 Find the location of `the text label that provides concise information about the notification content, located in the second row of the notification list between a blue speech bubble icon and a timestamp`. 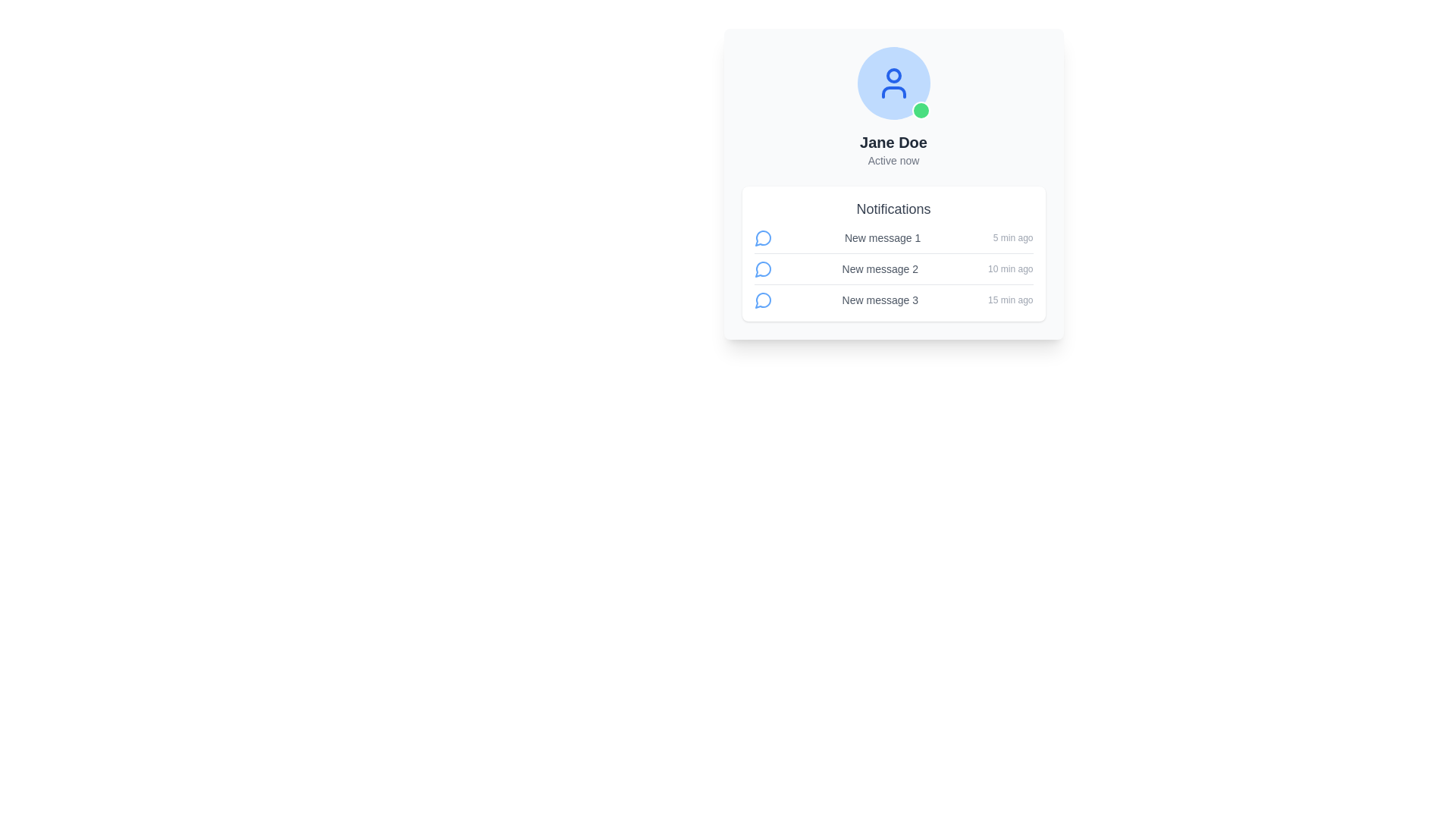

the text label that provides concise information about the notification content, located in the second row of the notification list between a blue speech bubble icon and a timestamp is located at coordinates (880, 268).